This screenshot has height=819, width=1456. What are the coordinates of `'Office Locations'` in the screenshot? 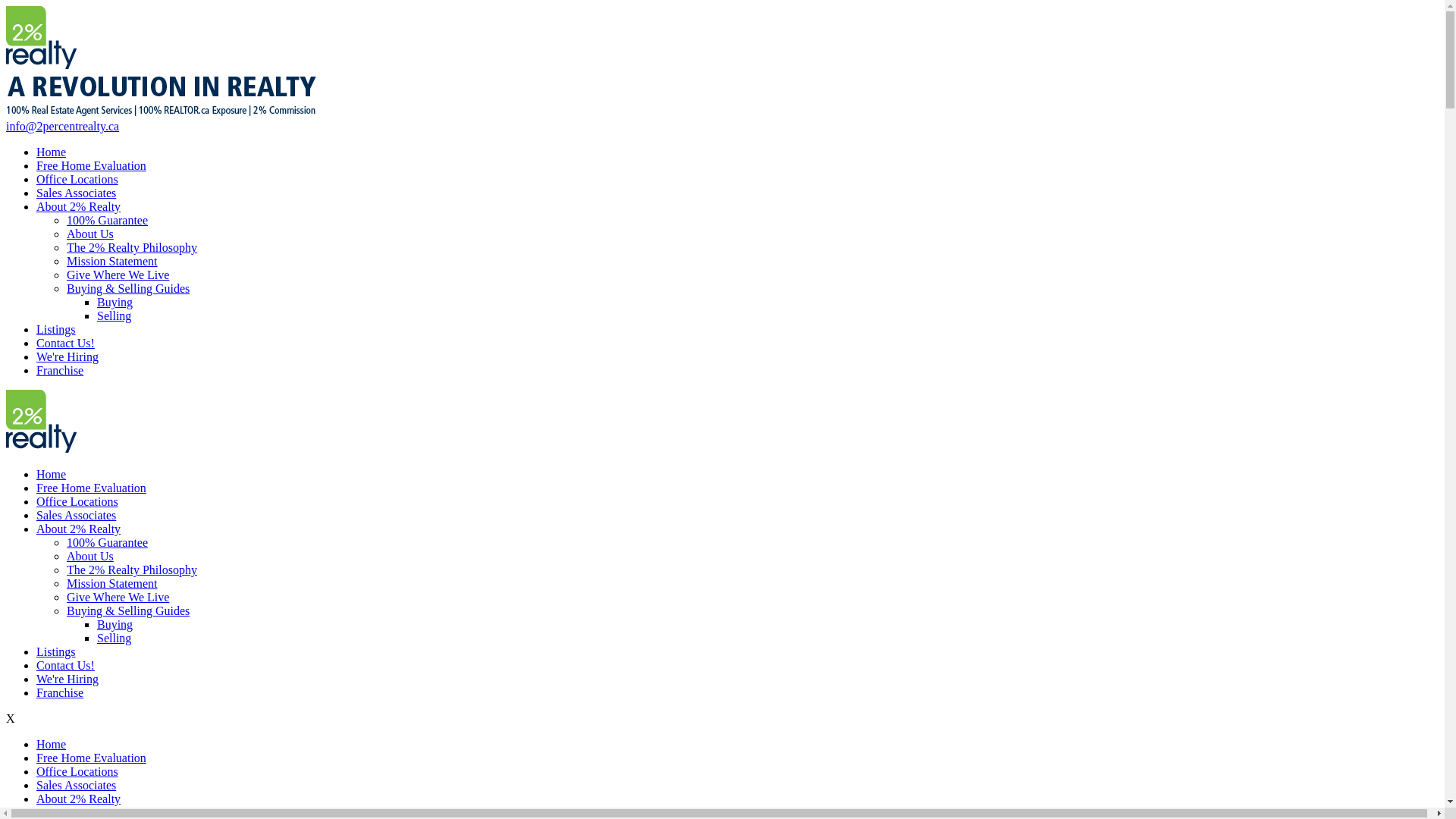 It's located at (76, 501).